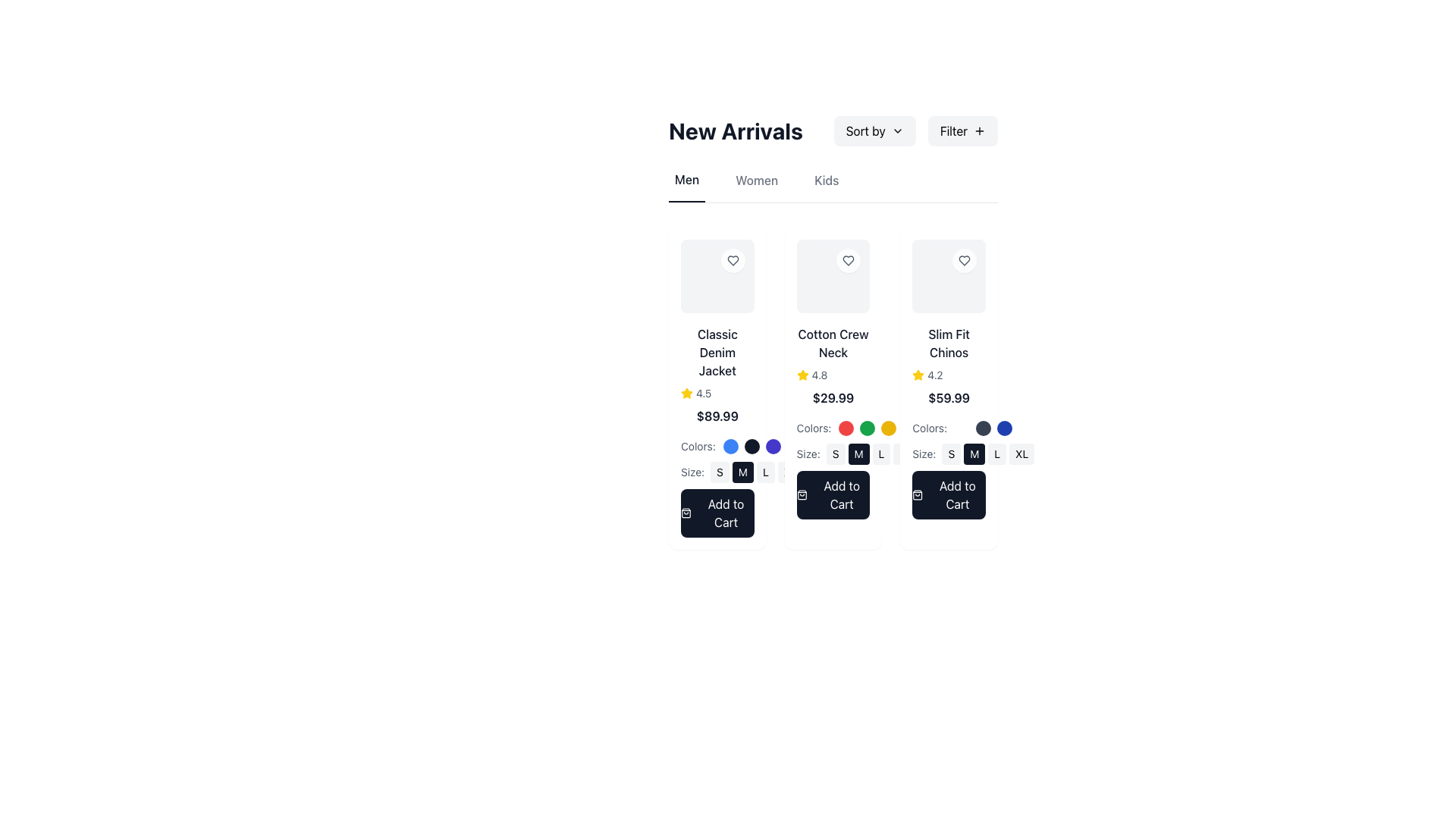 The width and height of the screenshot is (1456, 819). Describe the element at coordinates (964, 259) in the screenshot. I see `the favorite icon button located in the top-right corner of the 'Slim Fit Chinos' product card` at that location.